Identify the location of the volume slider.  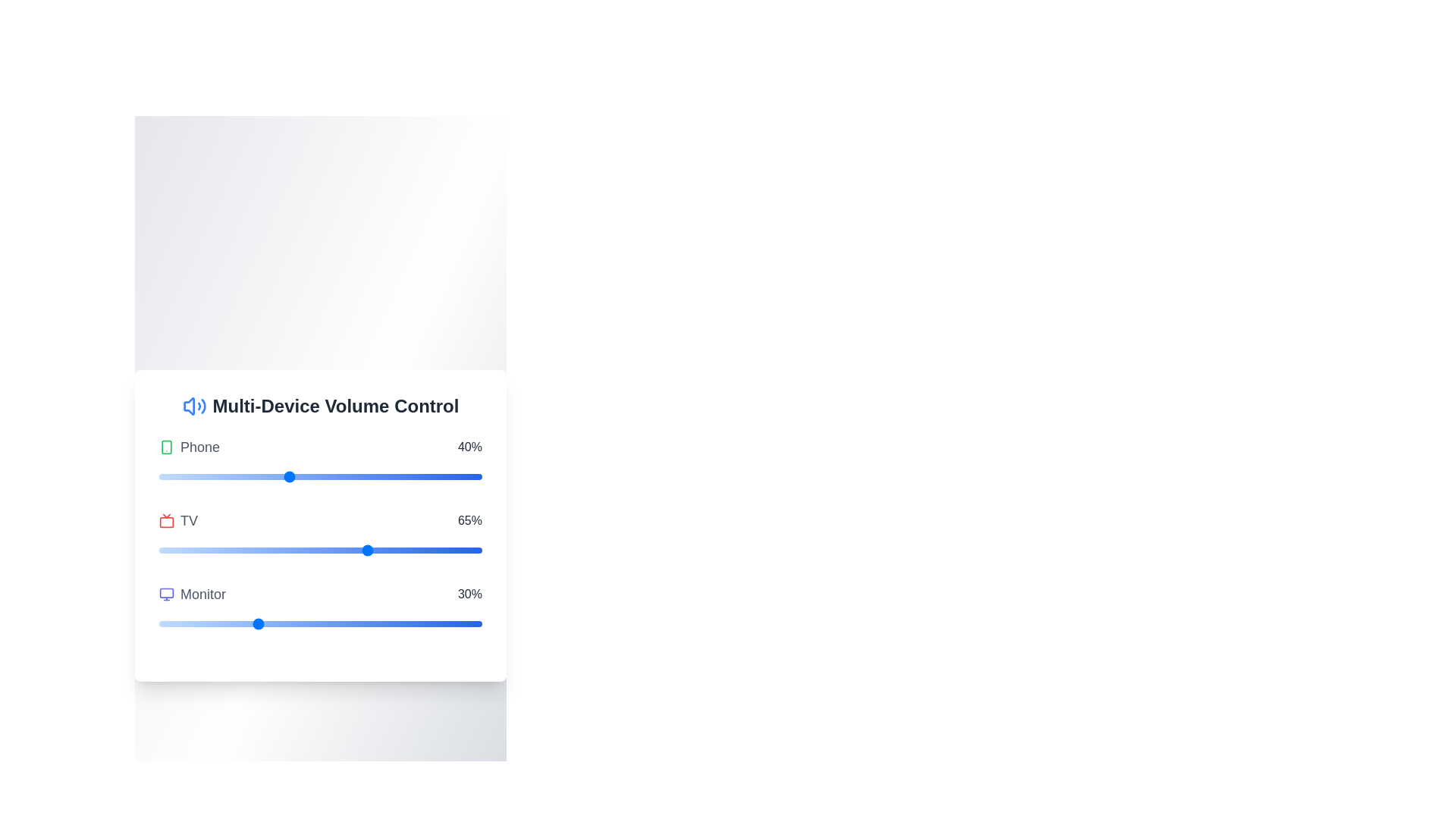
(391, 475).